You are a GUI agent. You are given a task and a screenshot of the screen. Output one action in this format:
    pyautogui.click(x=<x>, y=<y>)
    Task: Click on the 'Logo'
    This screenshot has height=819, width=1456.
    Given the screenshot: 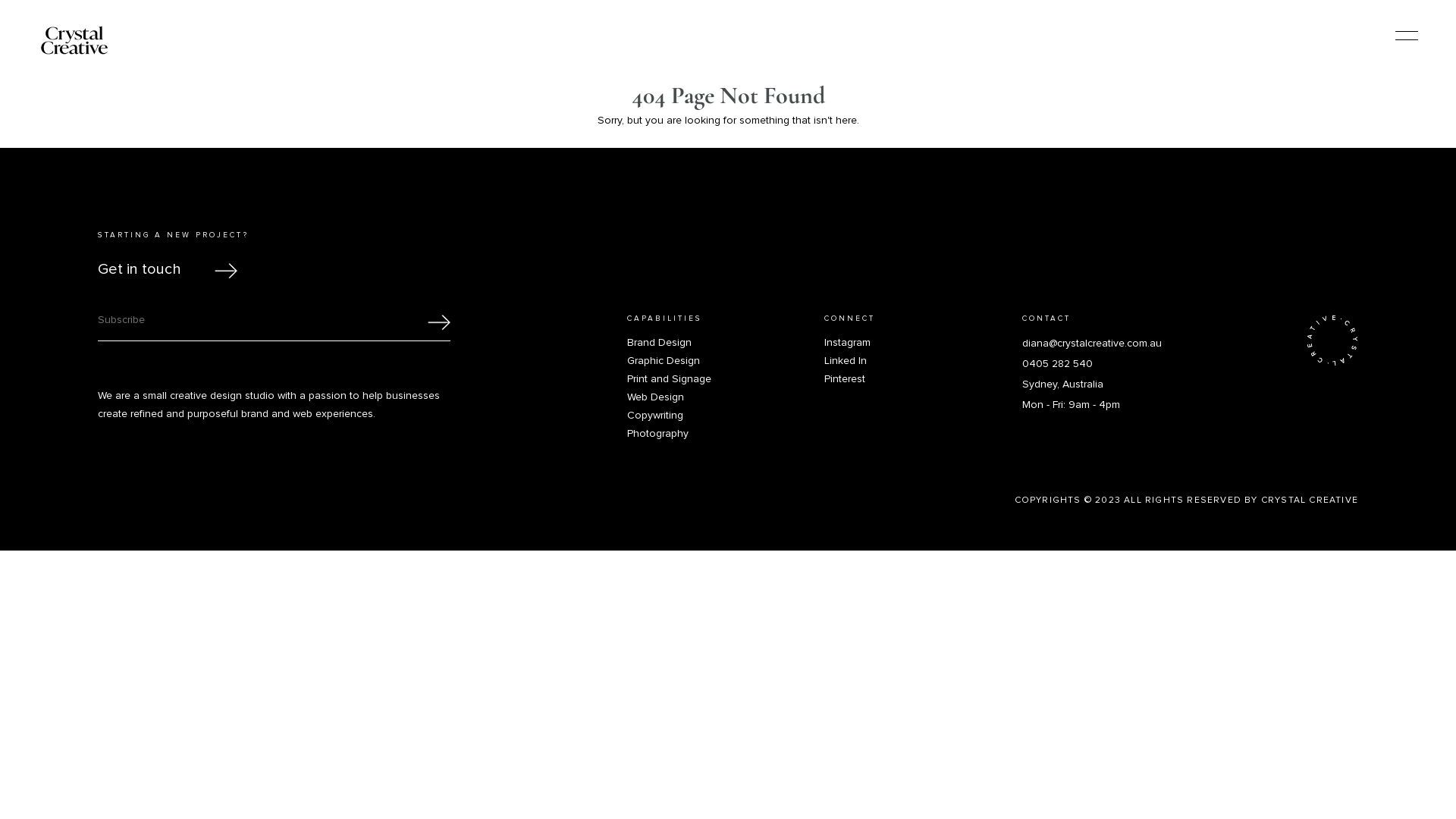 What is the action you would take?
    pyautogui.click(x=73, y=39)
    